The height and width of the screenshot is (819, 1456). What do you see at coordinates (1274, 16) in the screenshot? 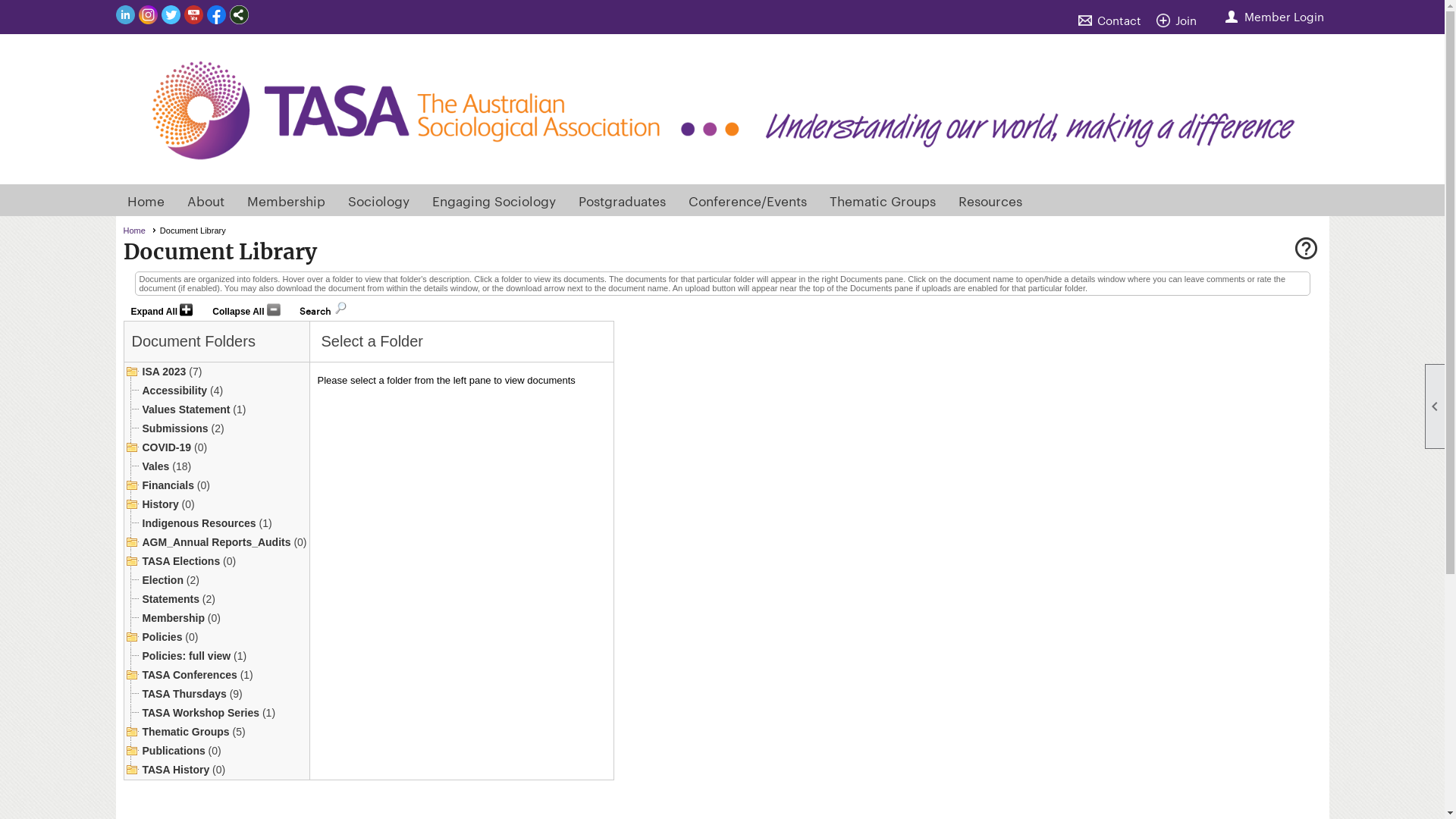
I see `'Member Login'` at bounding box center [1274, 16].